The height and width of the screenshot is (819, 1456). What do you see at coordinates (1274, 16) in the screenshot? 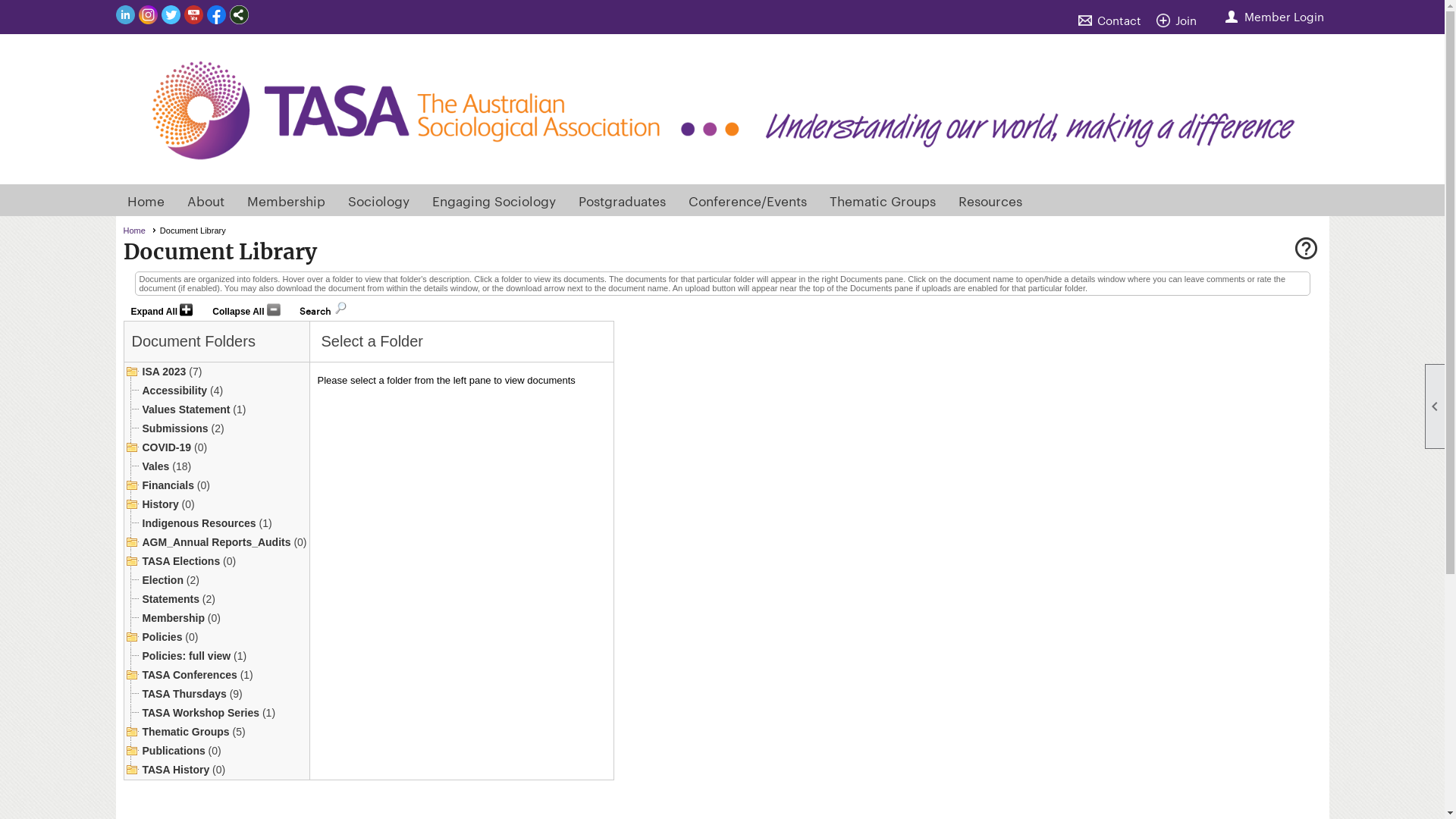
I see `'Member Login'` at bounding box center [1274, 16].